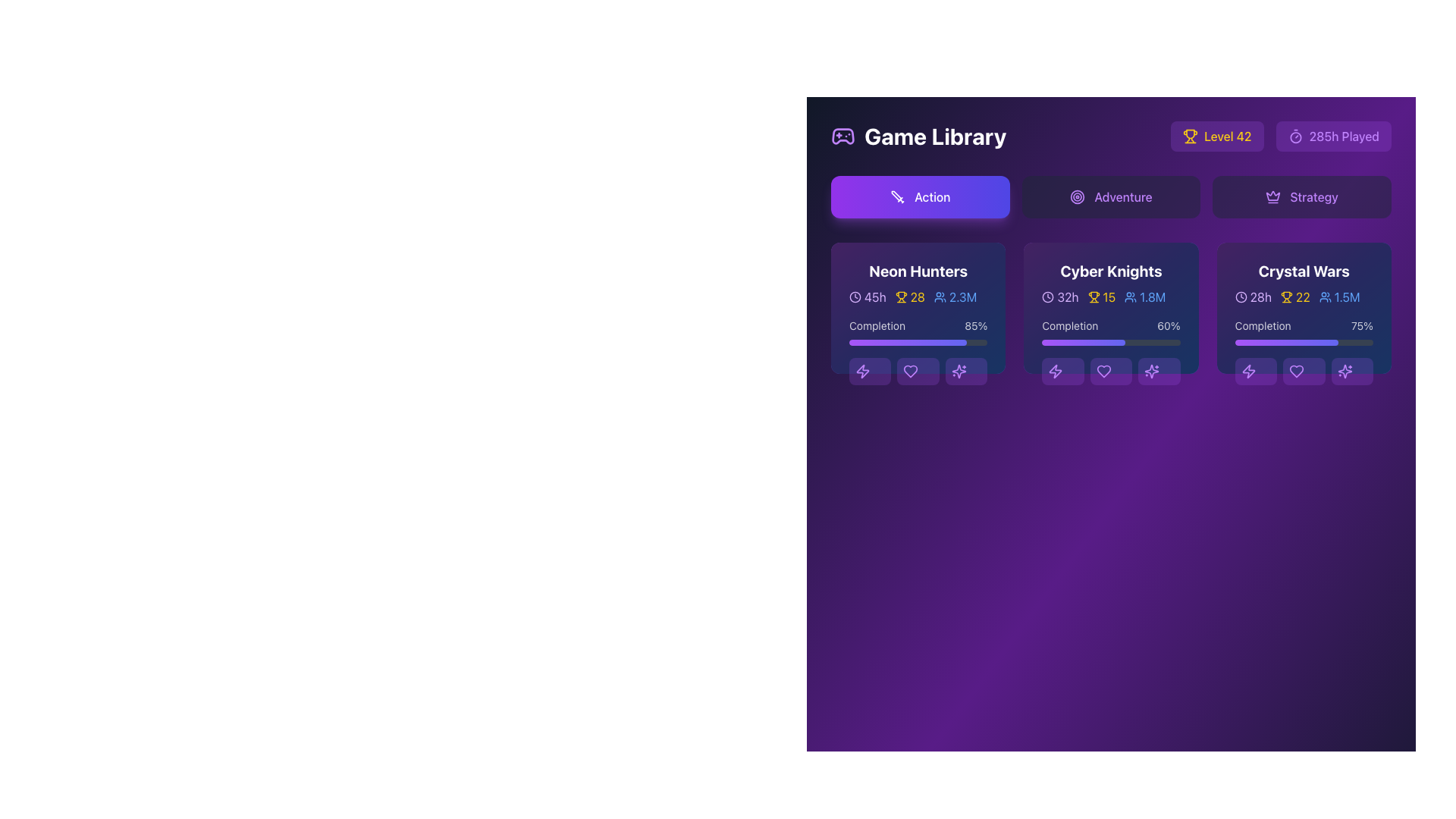 Image resolution: width=1456 pixels, height=819 pixels. What do you see at coordinates (875, 297) in the screenshot?
I see `the text label displaying '45h' in light purple color, which is part of the 'Neon Hunters' game card` at bounding box center [875, 297].